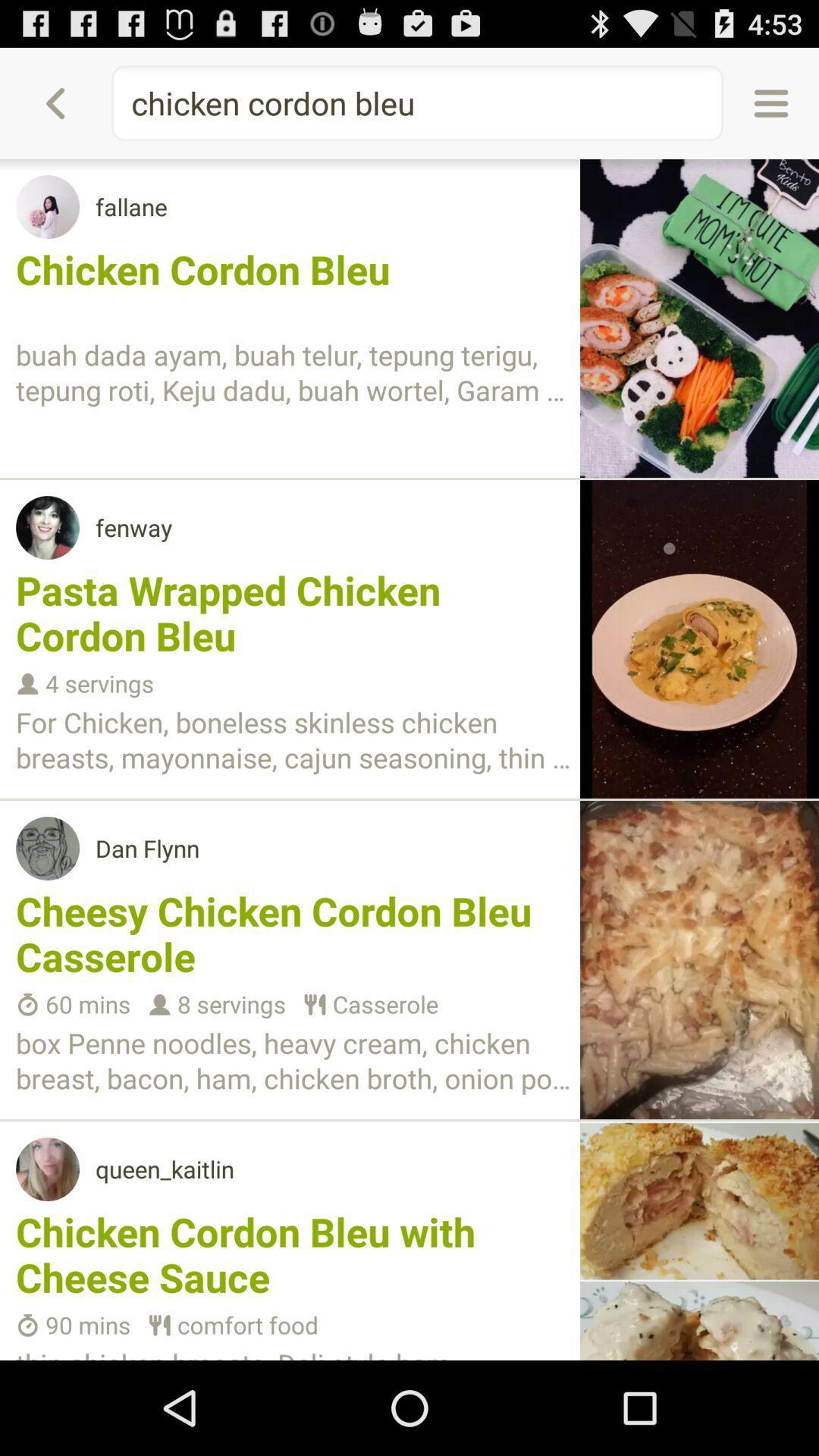 This screenshot has width=819, height=1456. Describe the element at coordinates (55, 102) in the screenshot. I see `icon next to chicken cordon bleu` at that location.